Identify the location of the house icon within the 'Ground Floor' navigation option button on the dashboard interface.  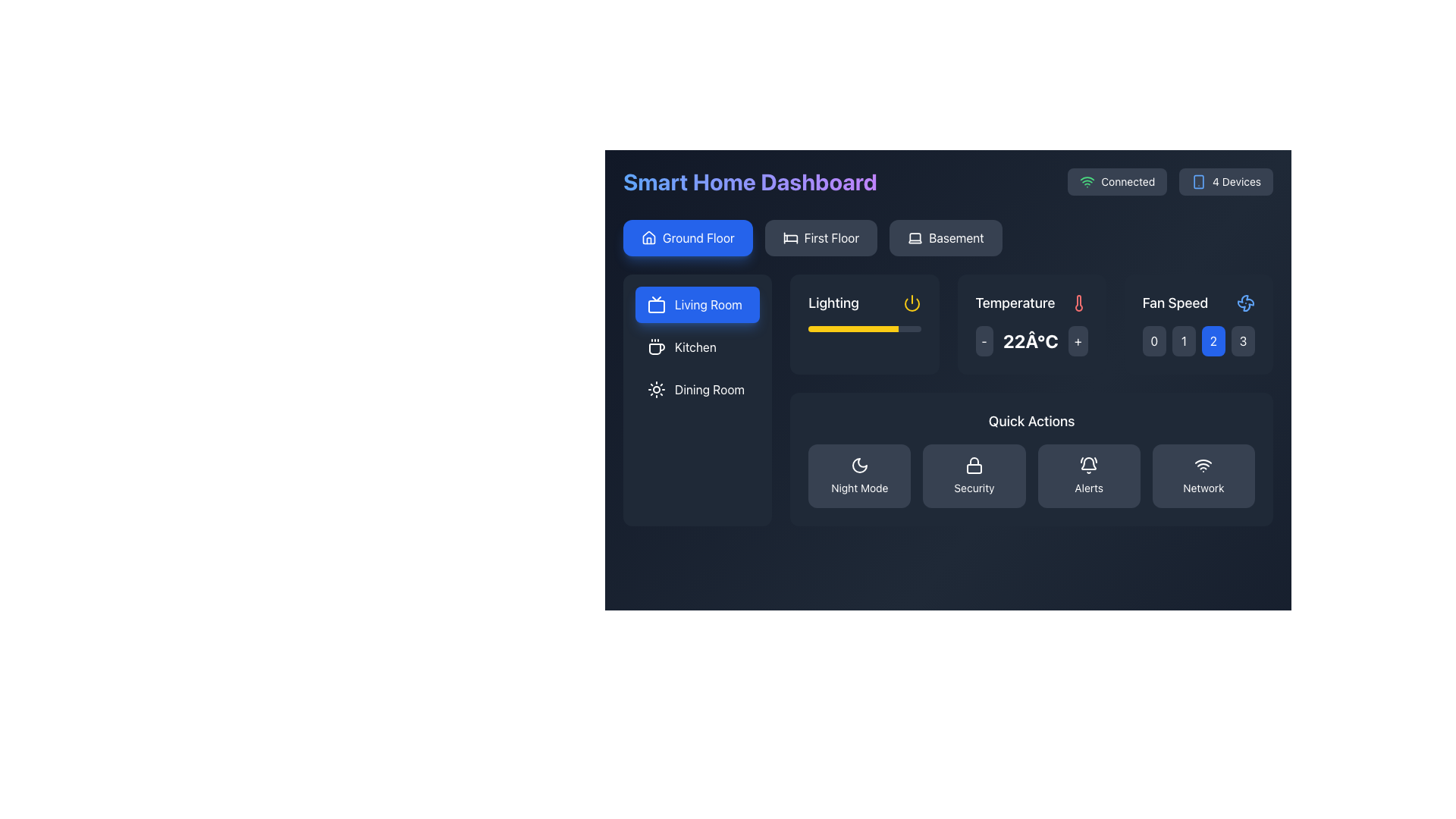
(648, 237).